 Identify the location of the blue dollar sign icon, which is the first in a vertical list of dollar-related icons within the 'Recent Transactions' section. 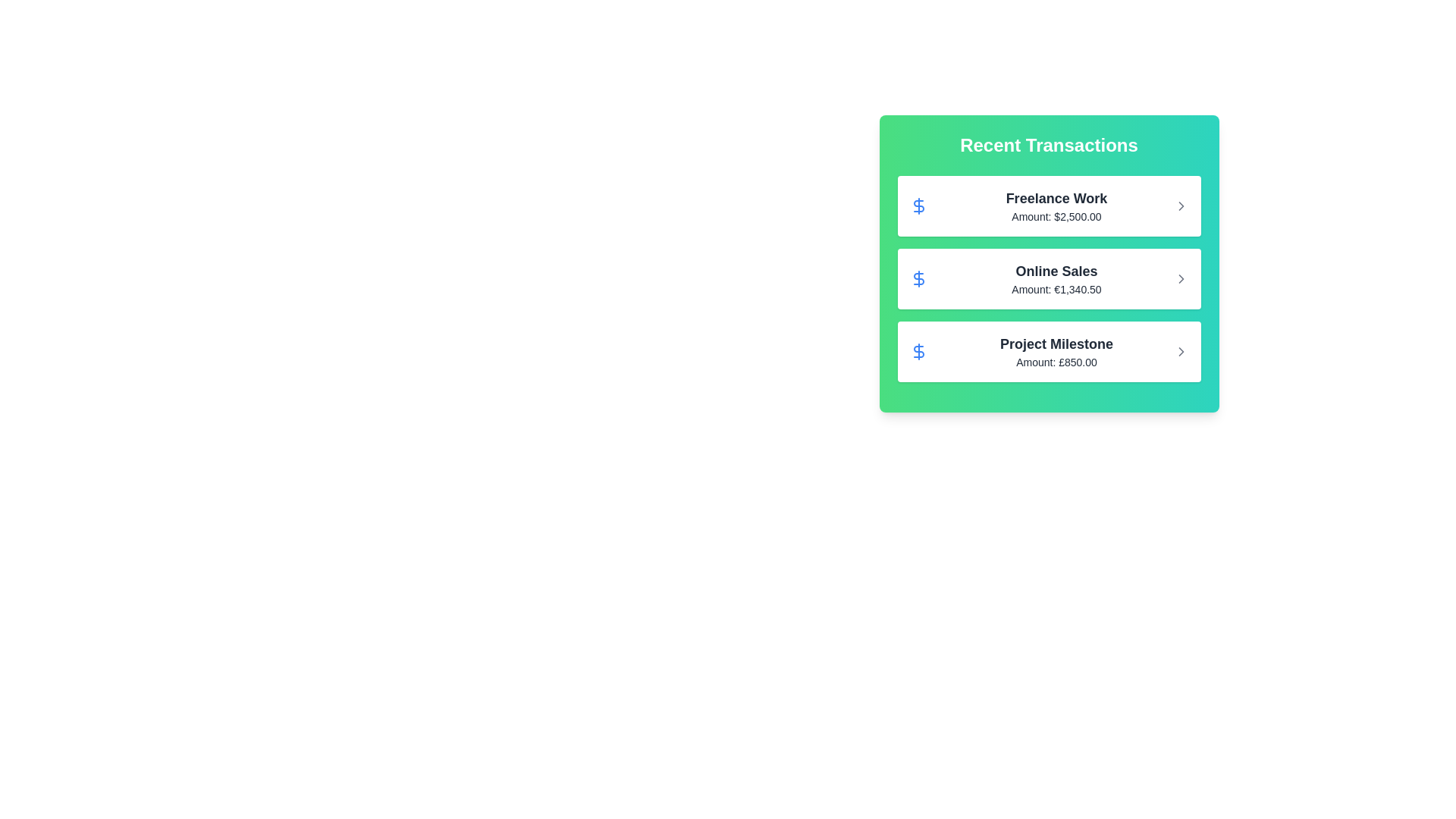
(918, 206).